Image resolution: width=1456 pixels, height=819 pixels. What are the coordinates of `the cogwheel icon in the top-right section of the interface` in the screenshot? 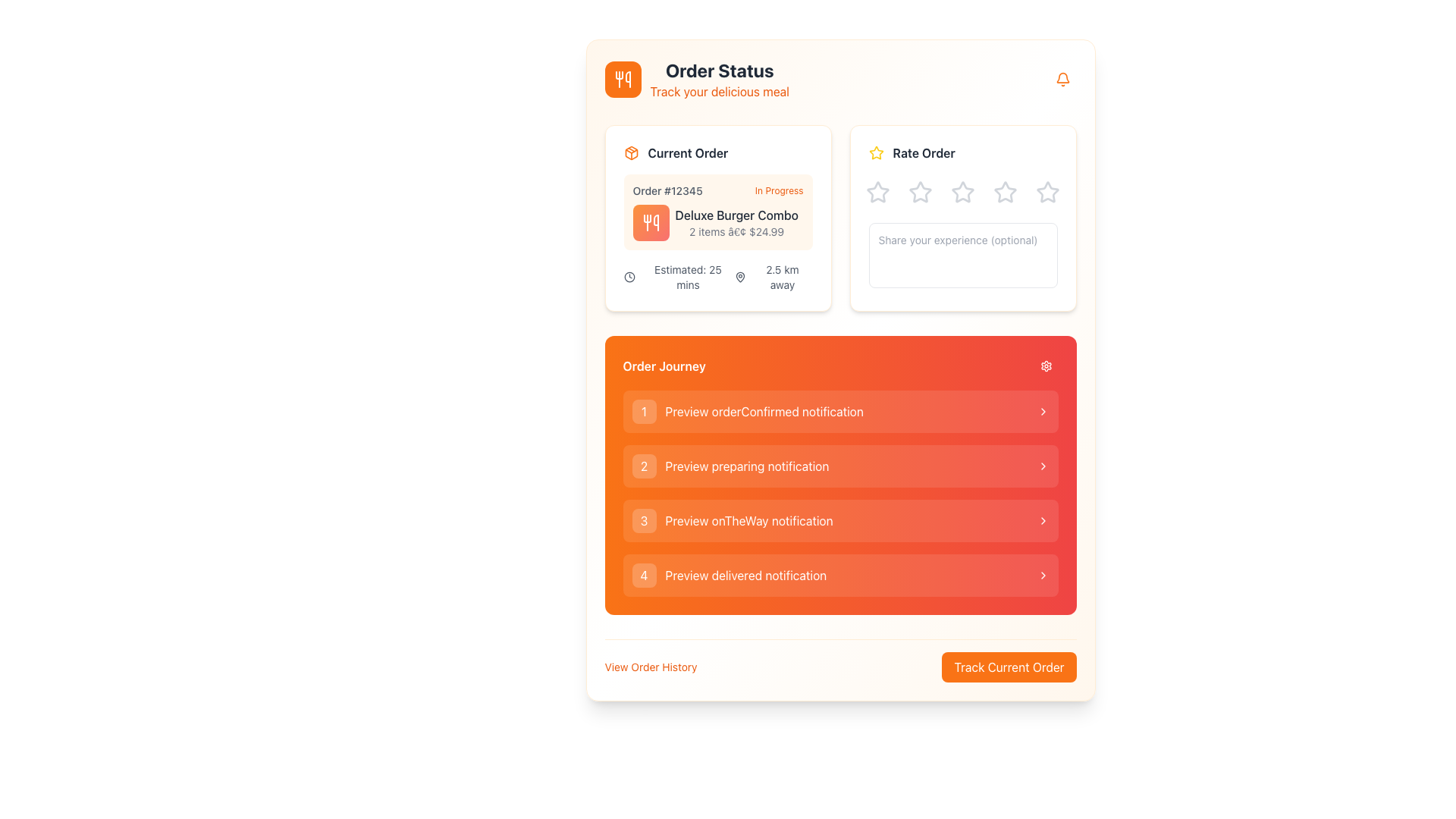 It's located at (1045, 366).